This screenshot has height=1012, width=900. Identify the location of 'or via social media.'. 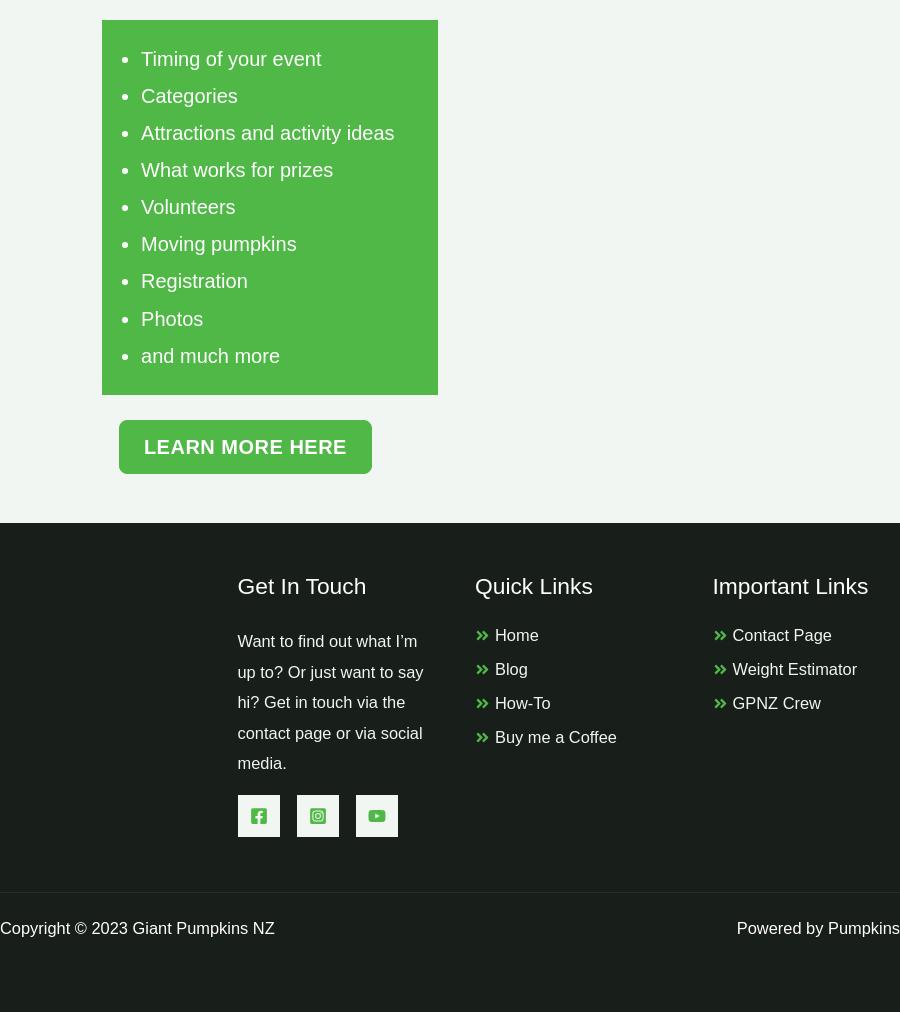
(328, 747).